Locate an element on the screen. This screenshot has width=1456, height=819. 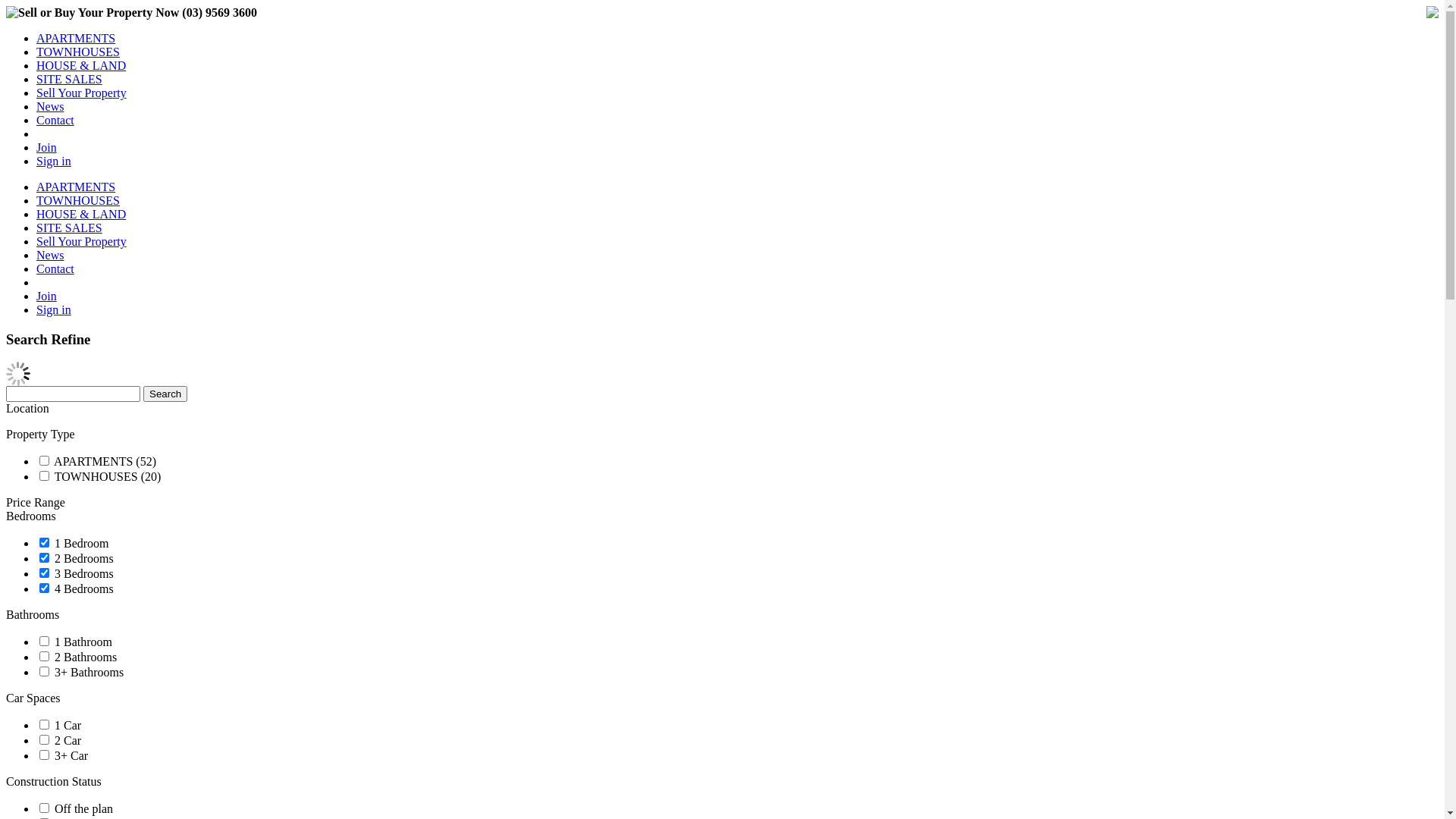
'Join' is located at coordinates (46, 147).